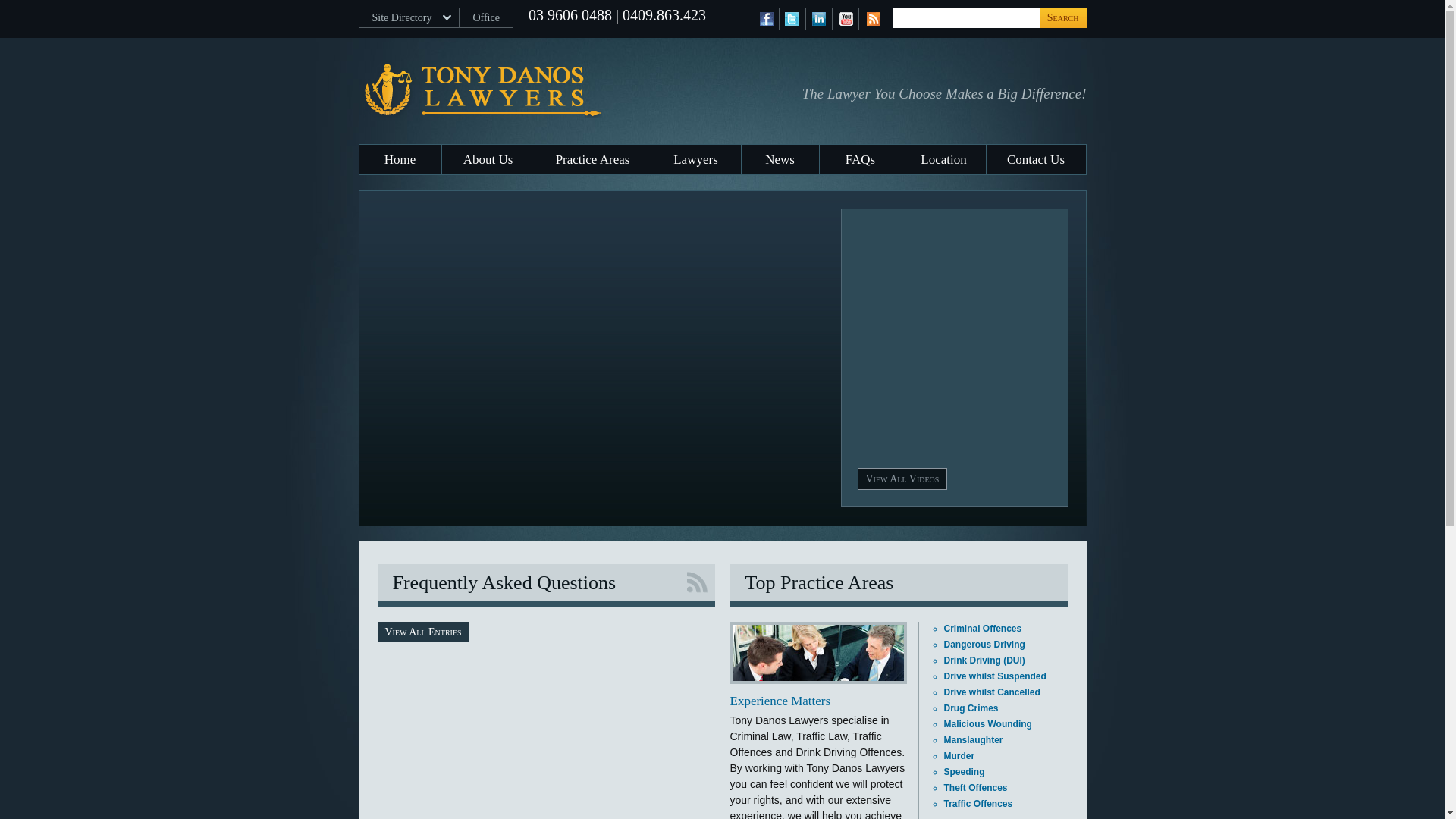  What do you see at coordinates (975, 786) in the screenshot?
I see `'Theft Offences'` at bounding box center [975, 786].